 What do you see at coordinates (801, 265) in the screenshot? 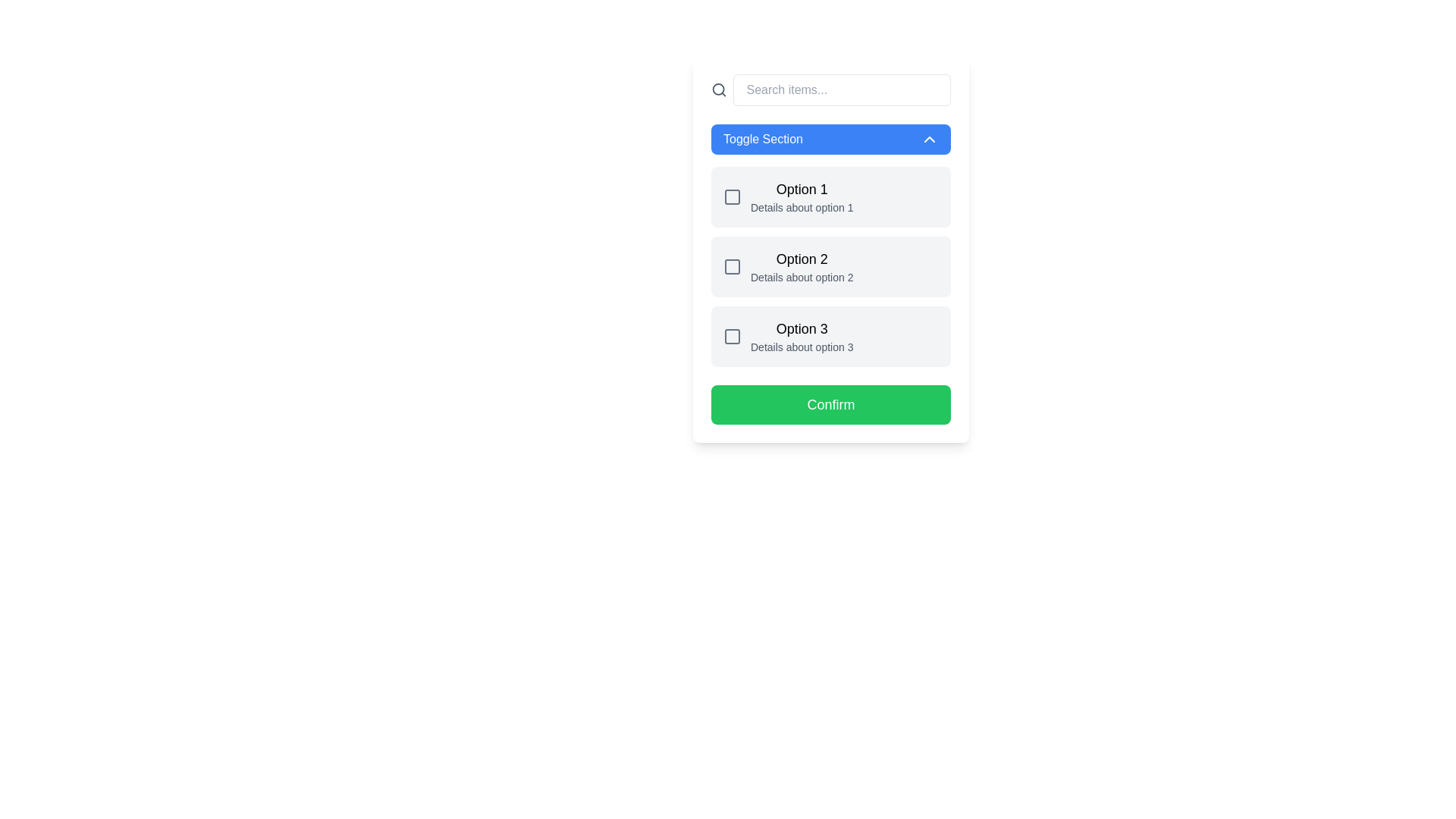
I see `the second option in the list, which is a non-interactive Text display with title and subtitle, positioned below 'Option 1' and above 'Option 3'` at bounding box center [801, 265].